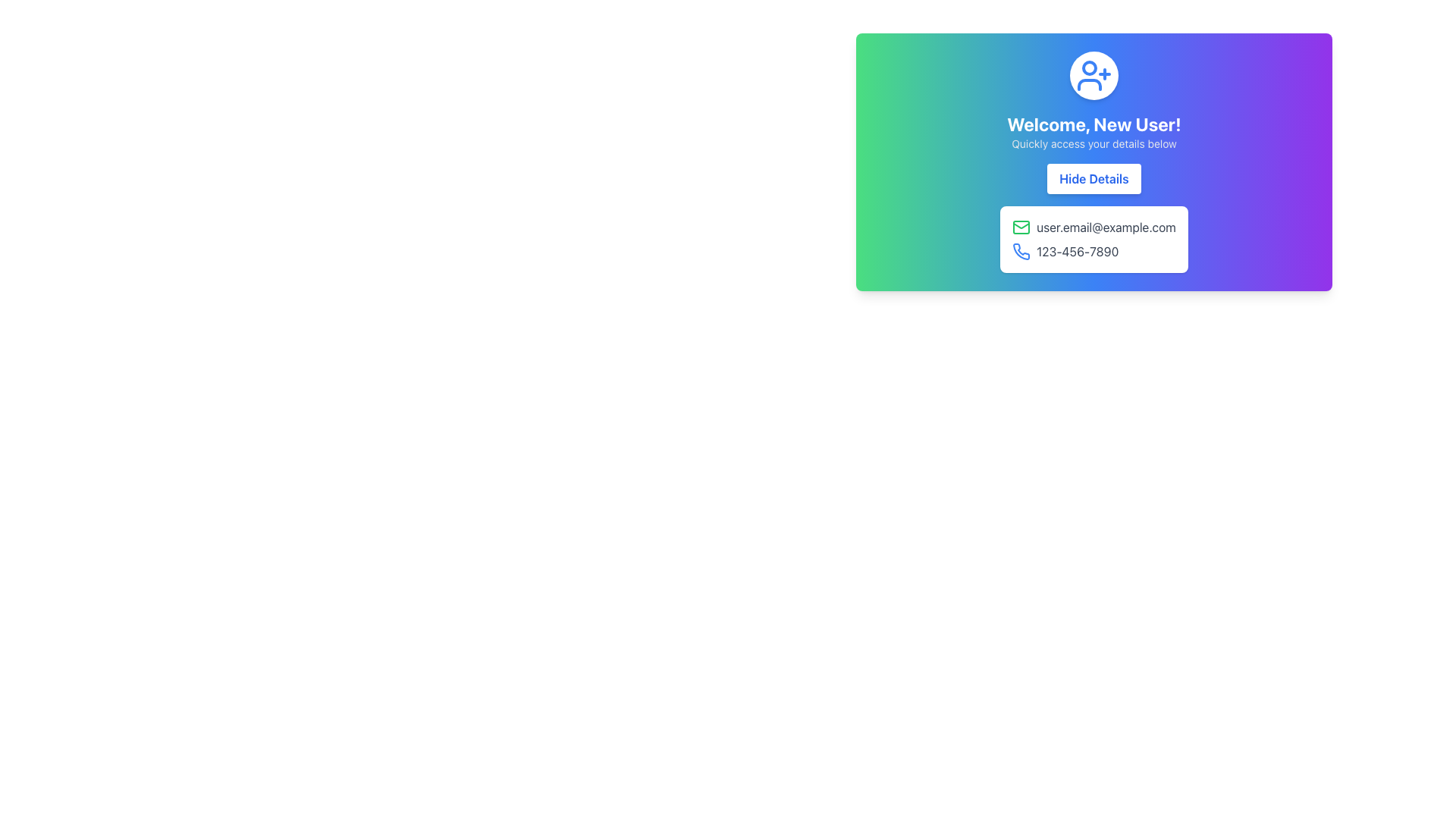 The width and height of the screenshot is (1456, 819). Describe the element at coordinates (1077, 250) in the screenshot. I see `the Static Text displaying '123-456-7890', which is styled in a standard sans-serif font and located to the right of a telephone icon within a user details card` at that location.